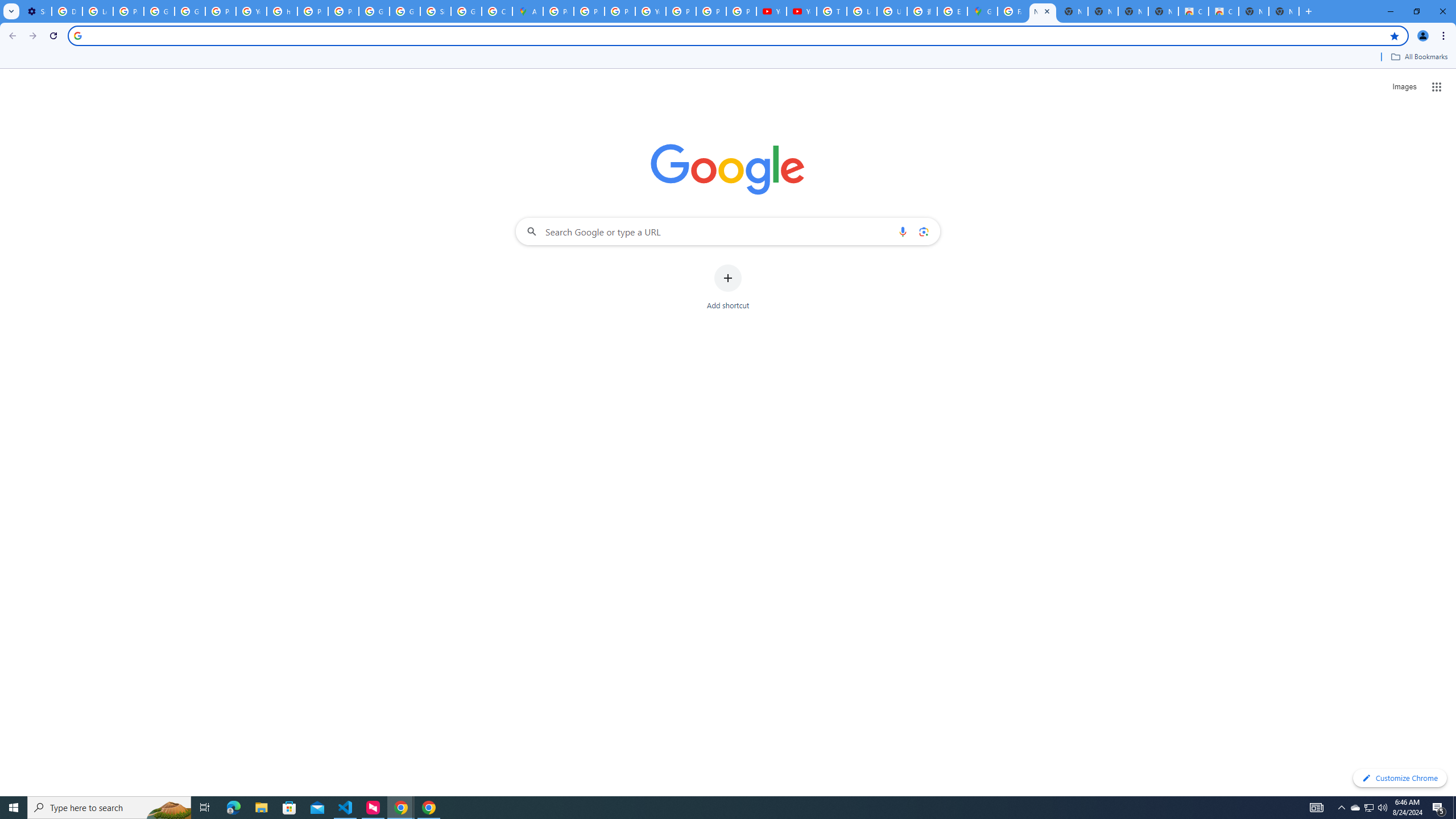 This screenshot has height=819, width=1456. Describe the element at coordinates (67, 11) in the screenshot. I see `'Delete photos & videos - Computer - Google Photos Help'` at that location.